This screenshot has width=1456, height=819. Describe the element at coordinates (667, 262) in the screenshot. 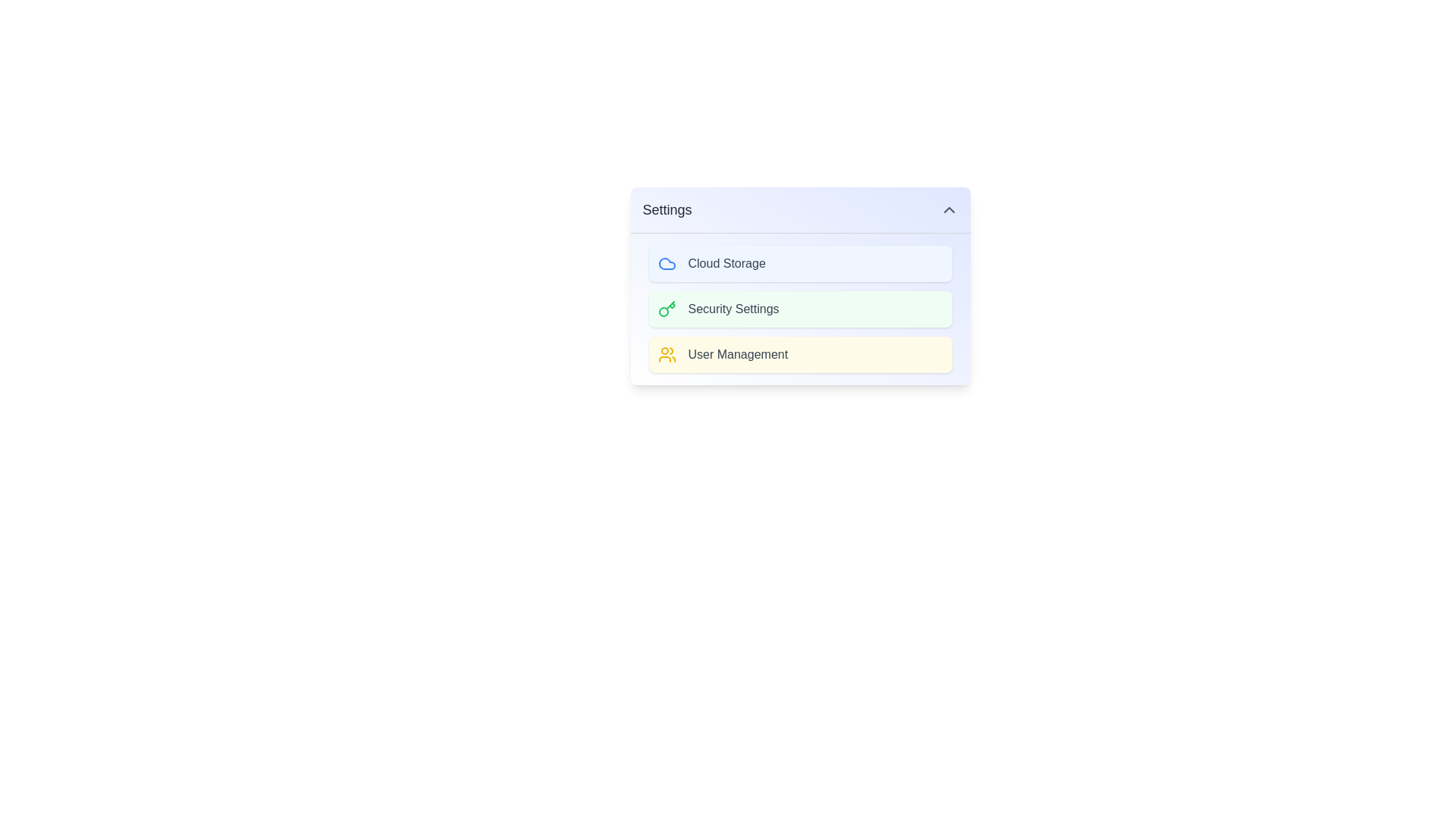

I see `the cloud icon, which is a vector graphic with a smooth outline and blue strokes, located in the 'Settings' dropdown next to the 'Cloud Storage' text` at that location.